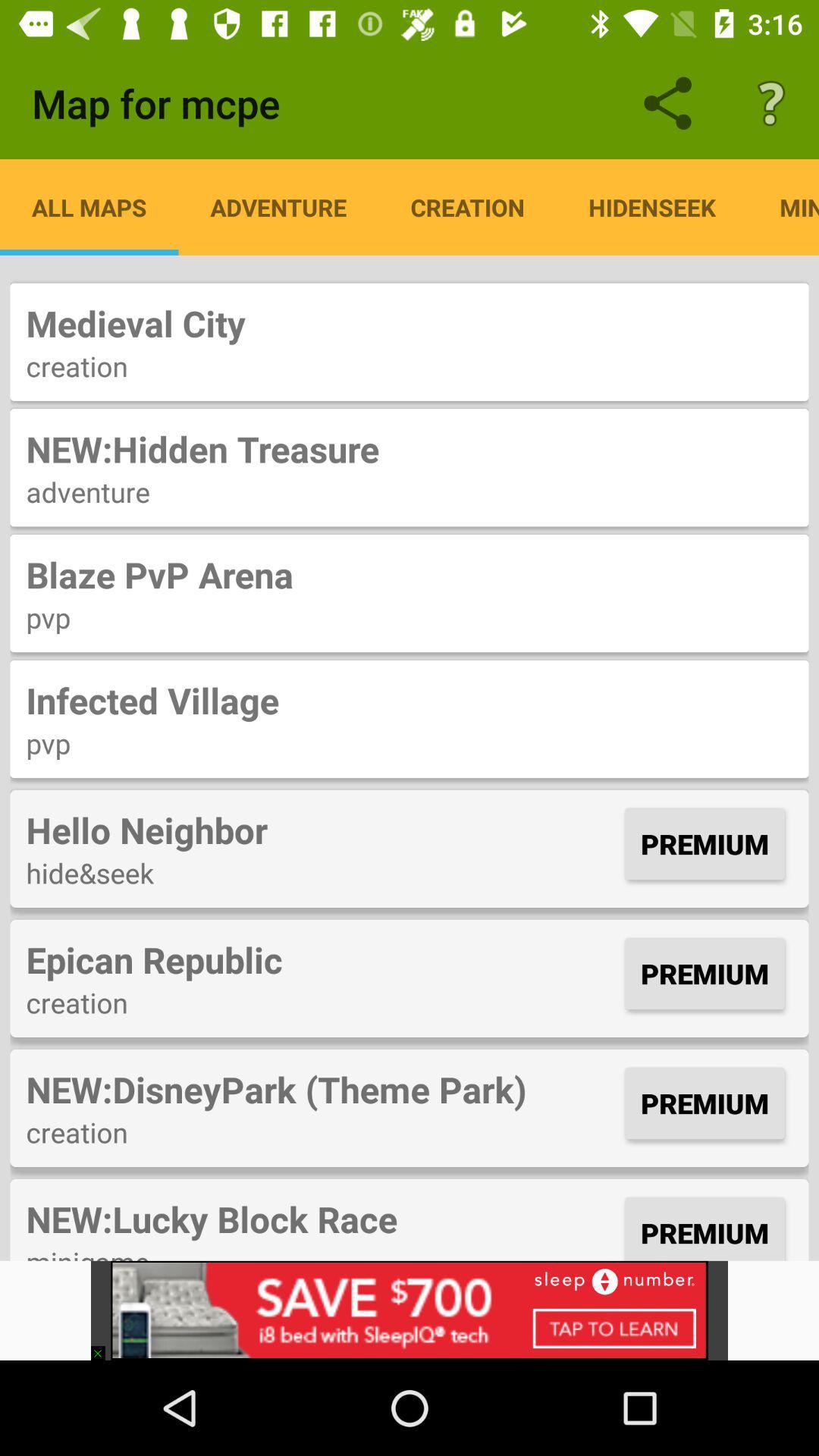  Describe the element at coordinates (651, 206) in the screenshot. I see `hidenseek item` at that location.